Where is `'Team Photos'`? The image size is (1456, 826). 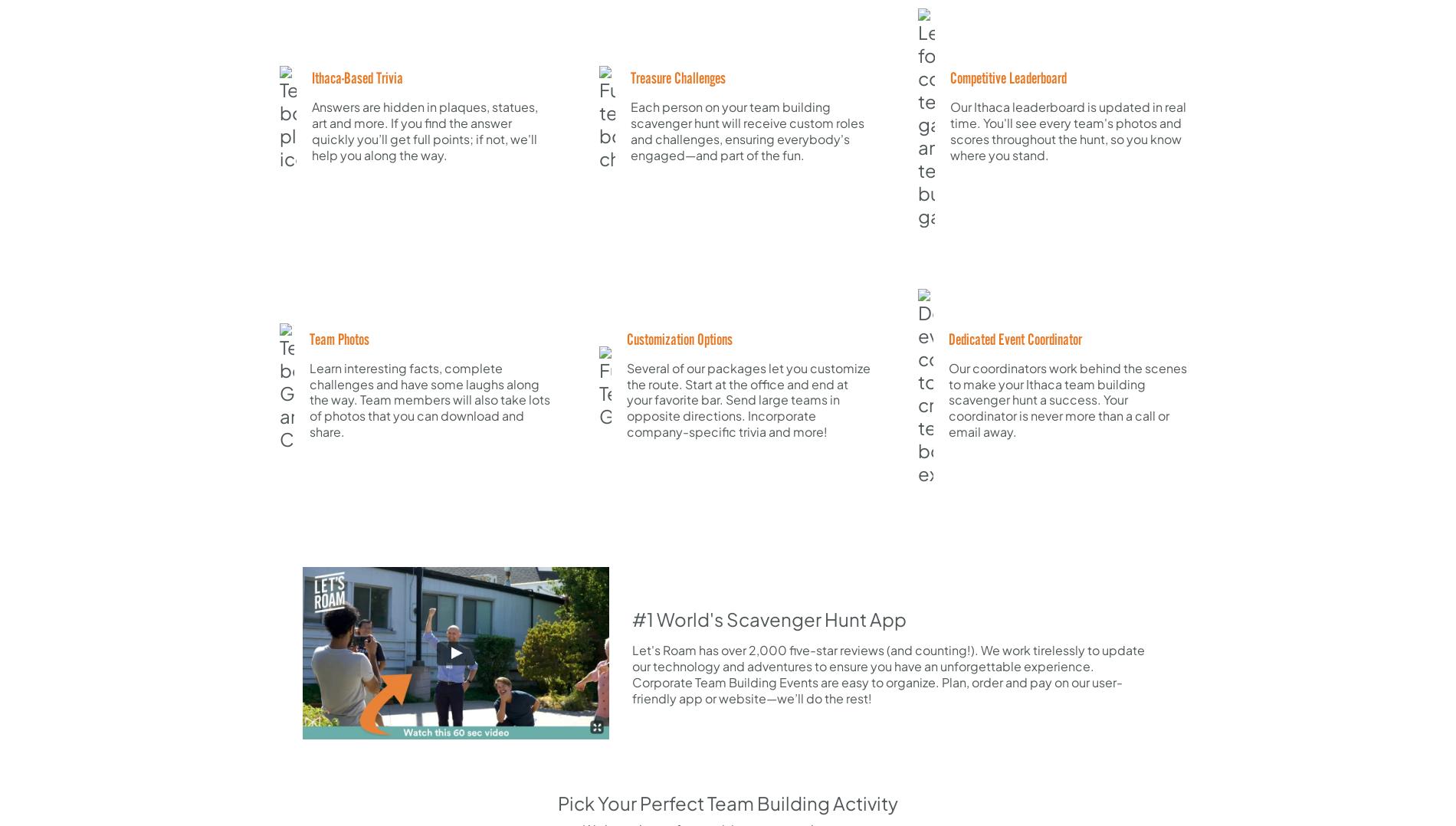
'Team Photos' is located at coordinates (339, 339).